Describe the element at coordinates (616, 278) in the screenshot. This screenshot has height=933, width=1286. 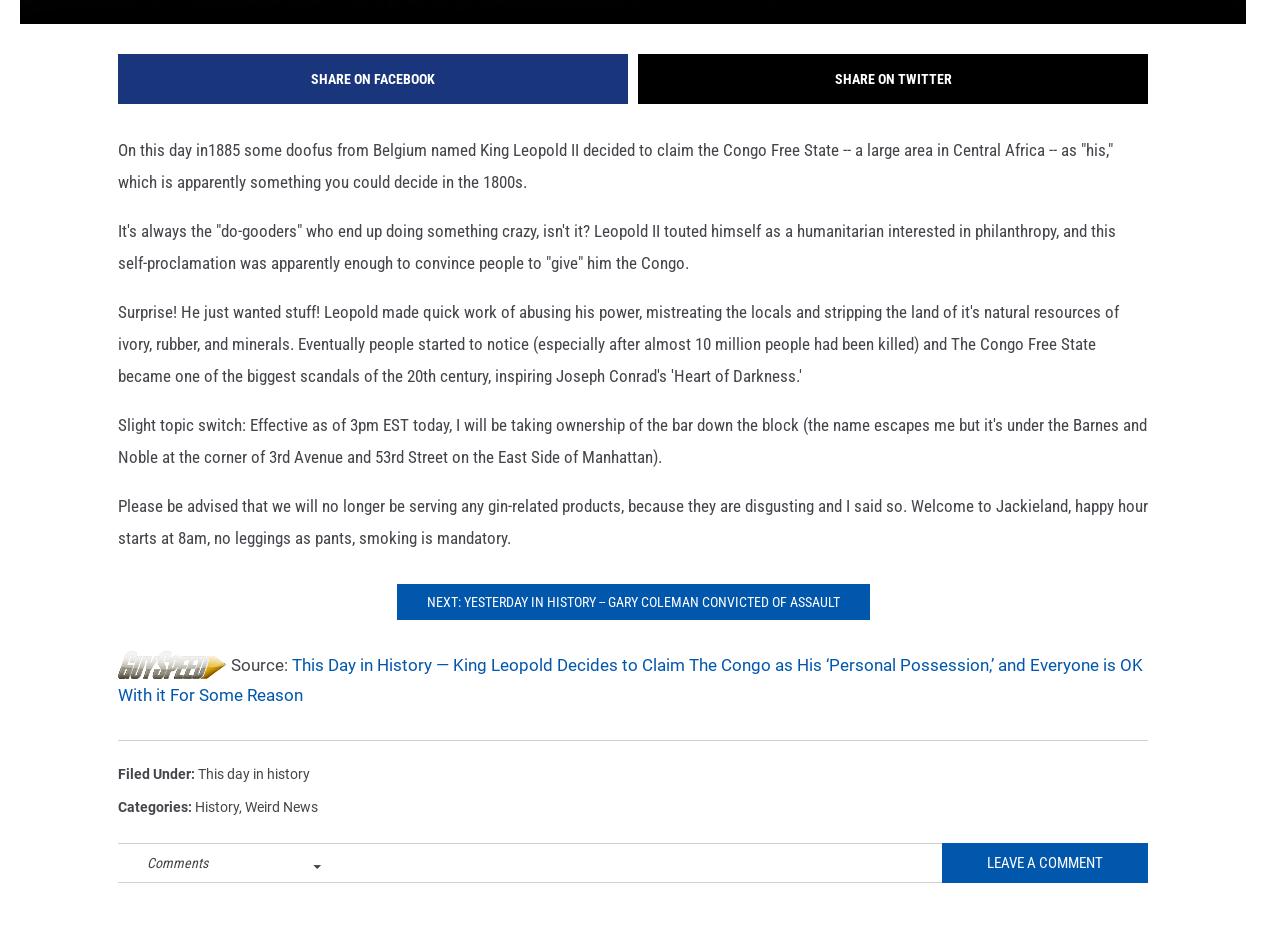
I see `'It's always the "do-gooders" who end up doing something crazy, isn't it? Leopold II touted himself as a humanitarian interested in philanthropy, and this self-proclamation was apparently enough to convince people to "give" him the Congo.'` at that location.